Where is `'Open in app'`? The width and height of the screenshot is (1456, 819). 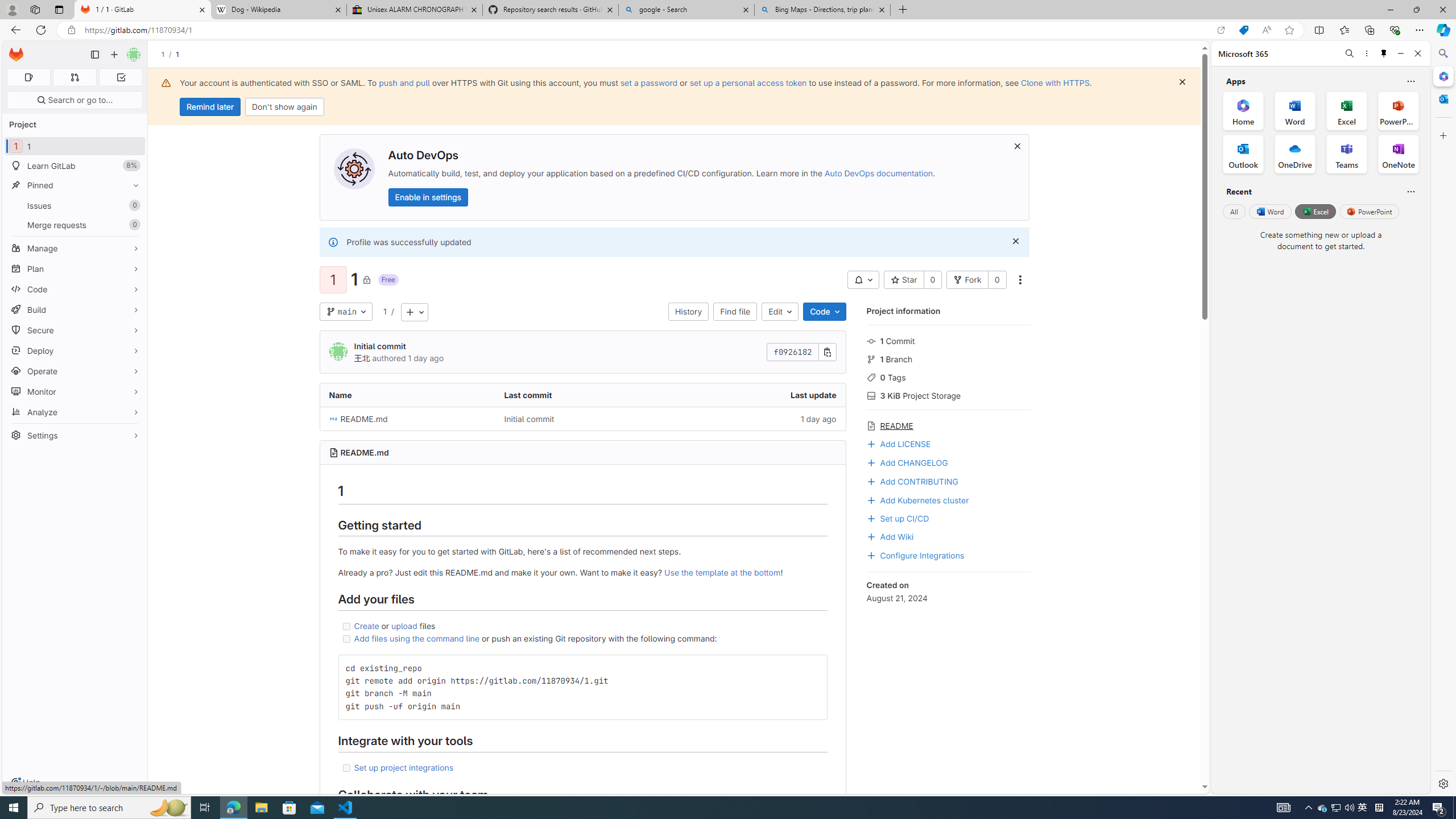 'Open in app' is located at coordinates (1220, 30).